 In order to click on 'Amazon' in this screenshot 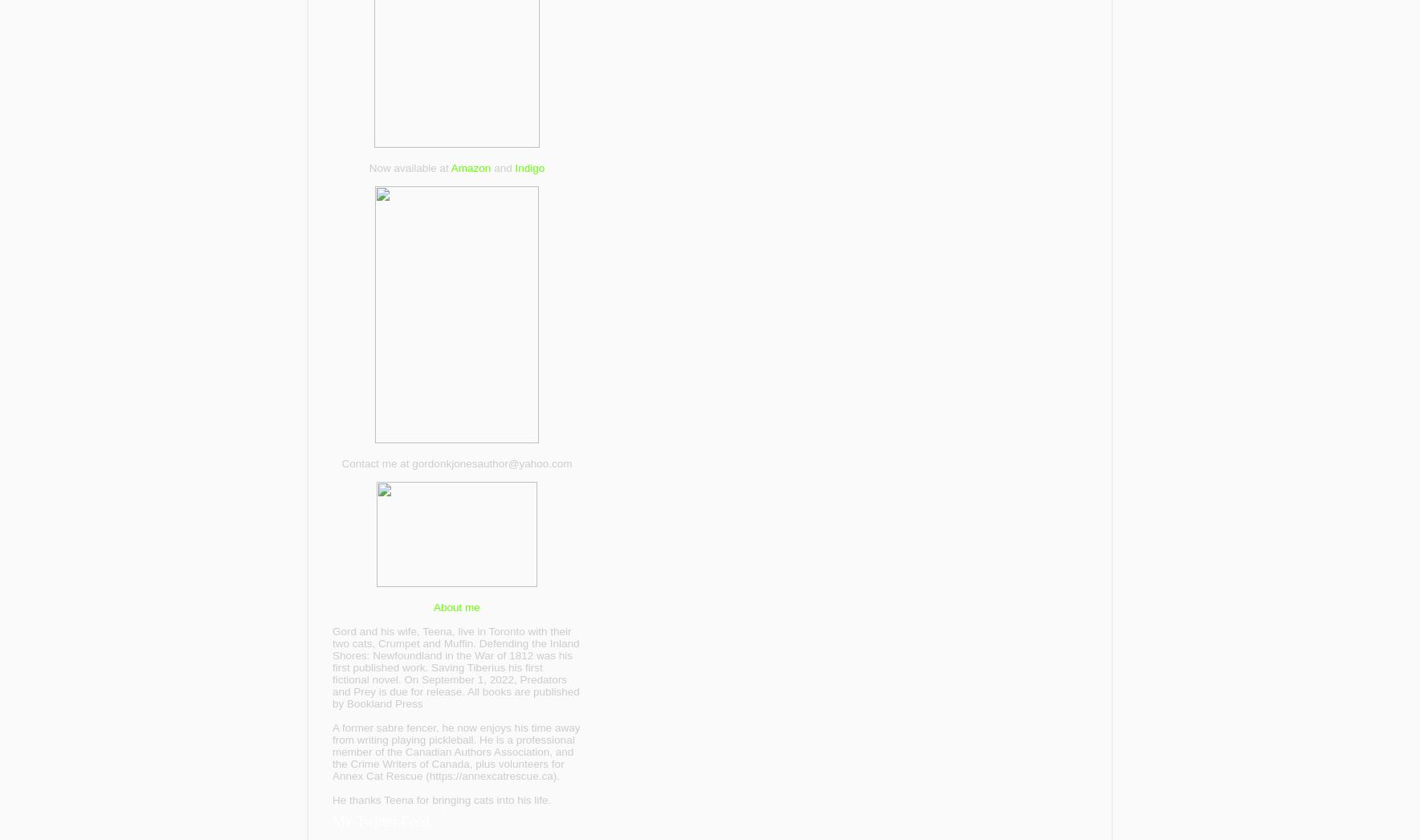, I will do `click(469, 167)`.